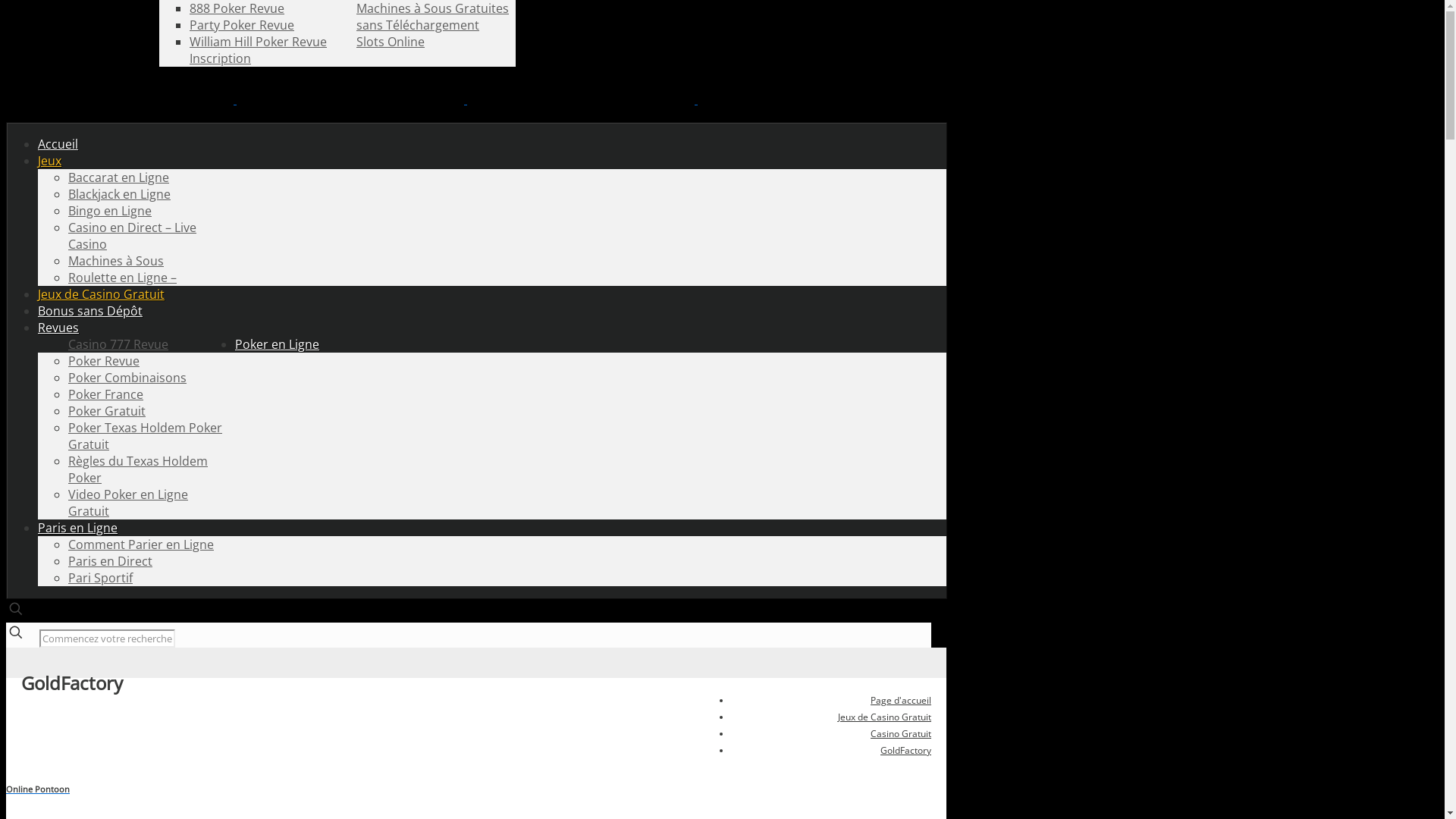 This screenshot has height=819, width=1456. I want to click on 'Paris en Direct', so click(109, 561).